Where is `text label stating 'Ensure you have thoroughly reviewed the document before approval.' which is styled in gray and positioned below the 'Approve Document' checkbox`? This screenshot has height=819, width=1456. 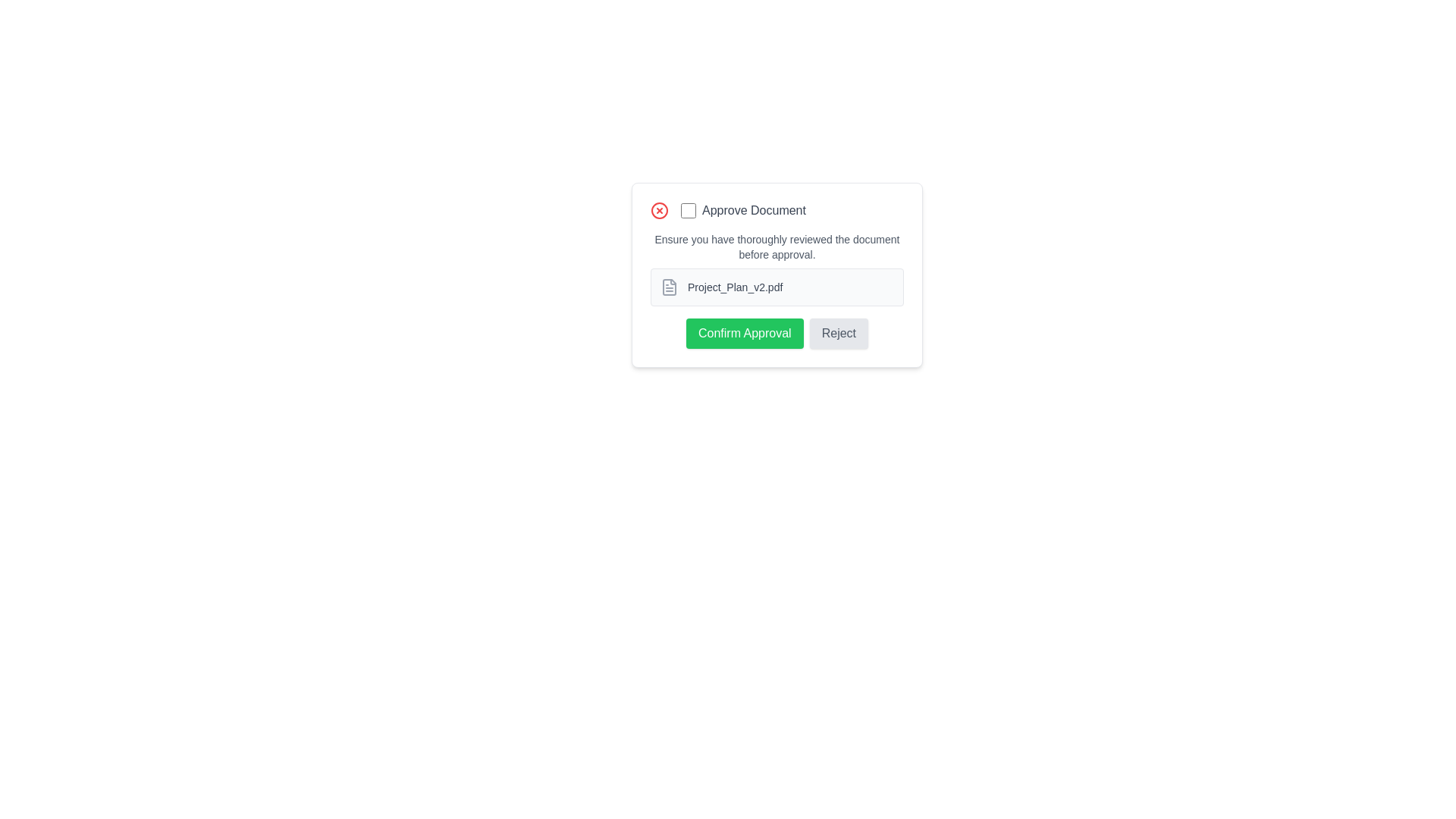
text label stating 'Ensure you have thoroughly reviewed the document before approval.' which is styled in gray and positioned below the 'Approve Document' checkbox is located at coordinates (777, 246).